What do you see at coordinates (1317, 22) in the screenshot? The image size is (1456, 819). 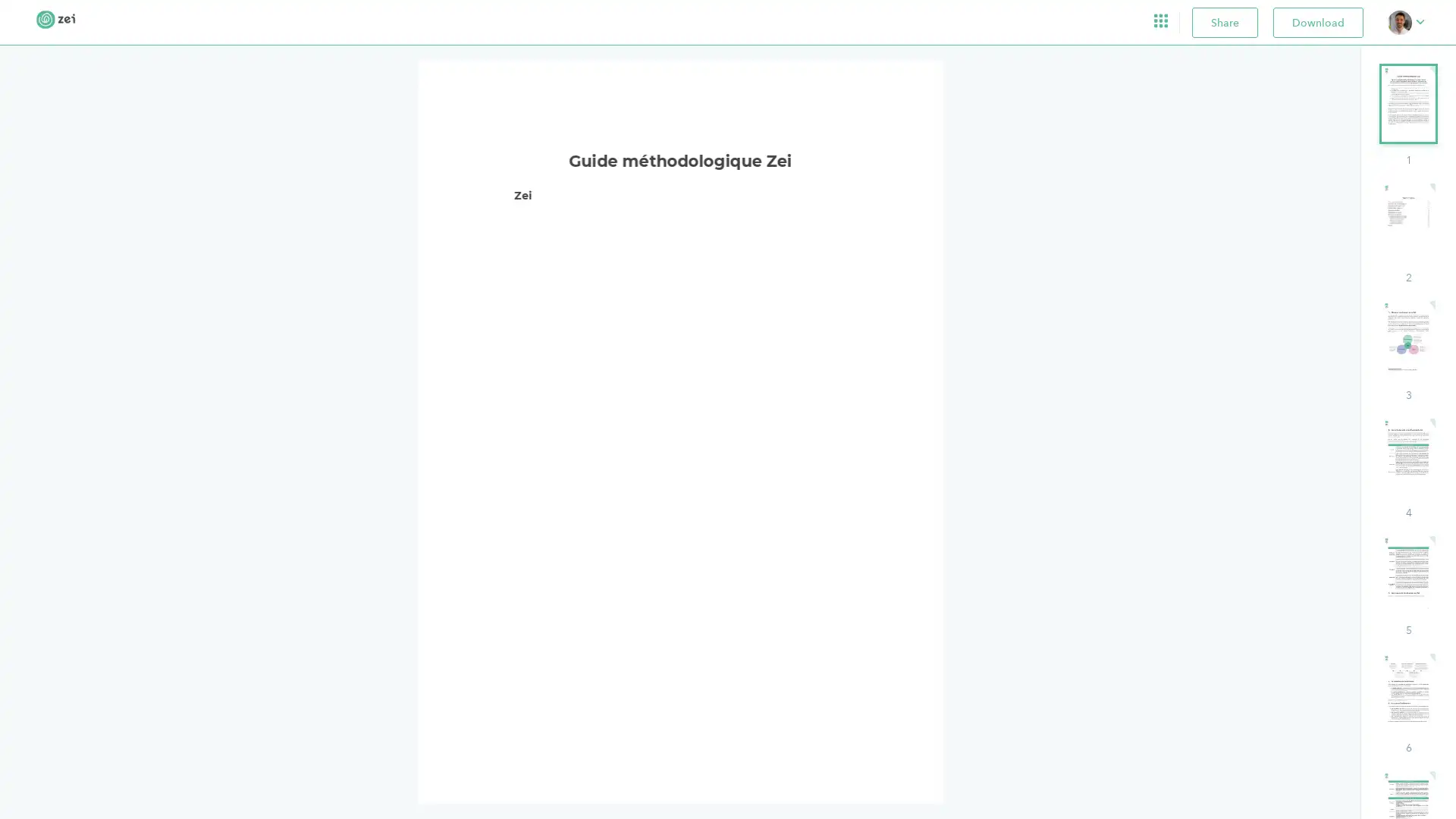 I see `Download this document to your computer` at bounding box center [1317, 22].